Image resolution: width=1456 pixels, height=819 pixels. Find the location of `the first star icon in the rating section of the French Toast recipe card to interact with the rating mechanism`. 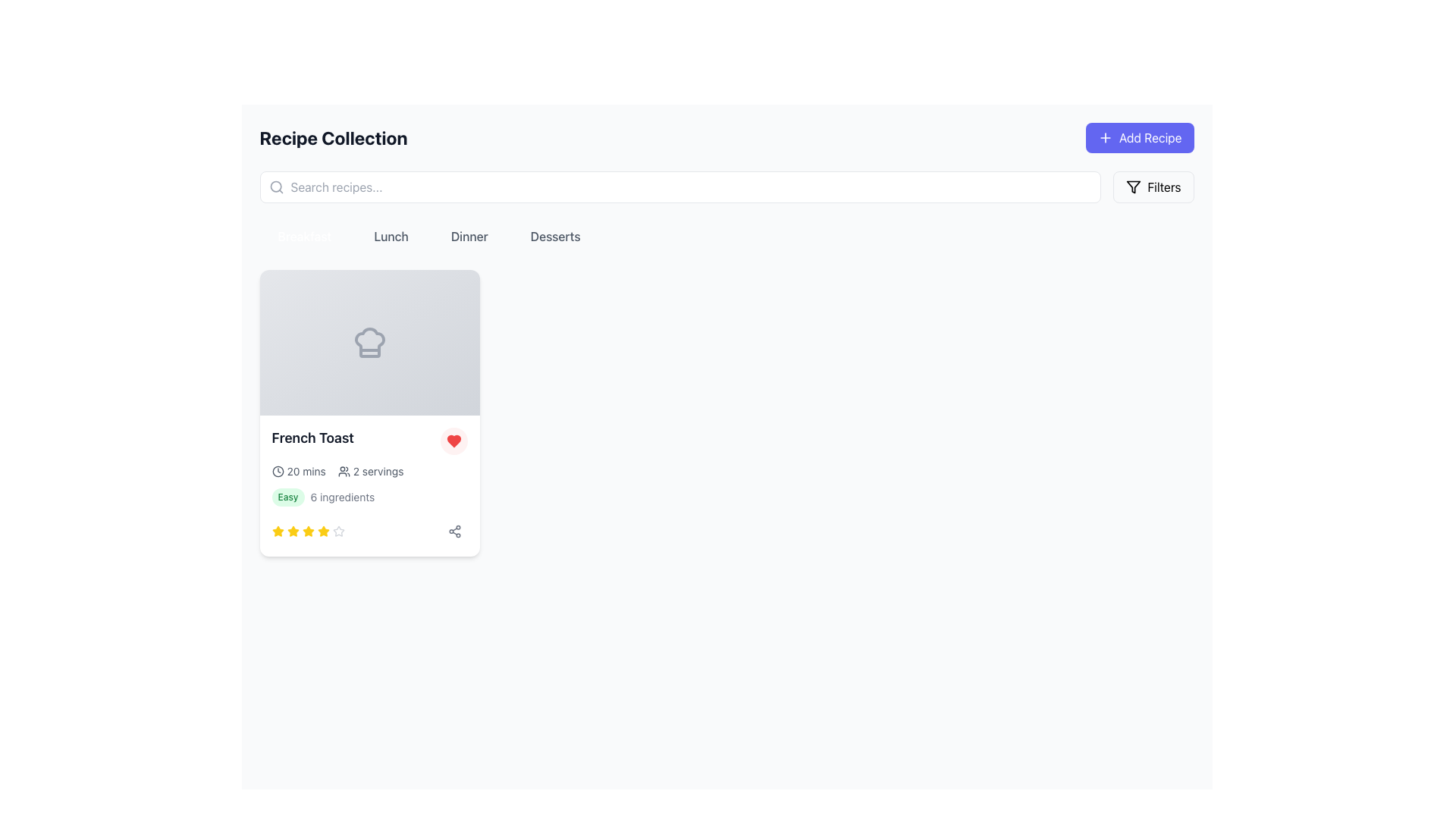

the first star icon in the rating section of the French Toast recipe card to interact with the rating mechanism is located at coordinates (278, 531).